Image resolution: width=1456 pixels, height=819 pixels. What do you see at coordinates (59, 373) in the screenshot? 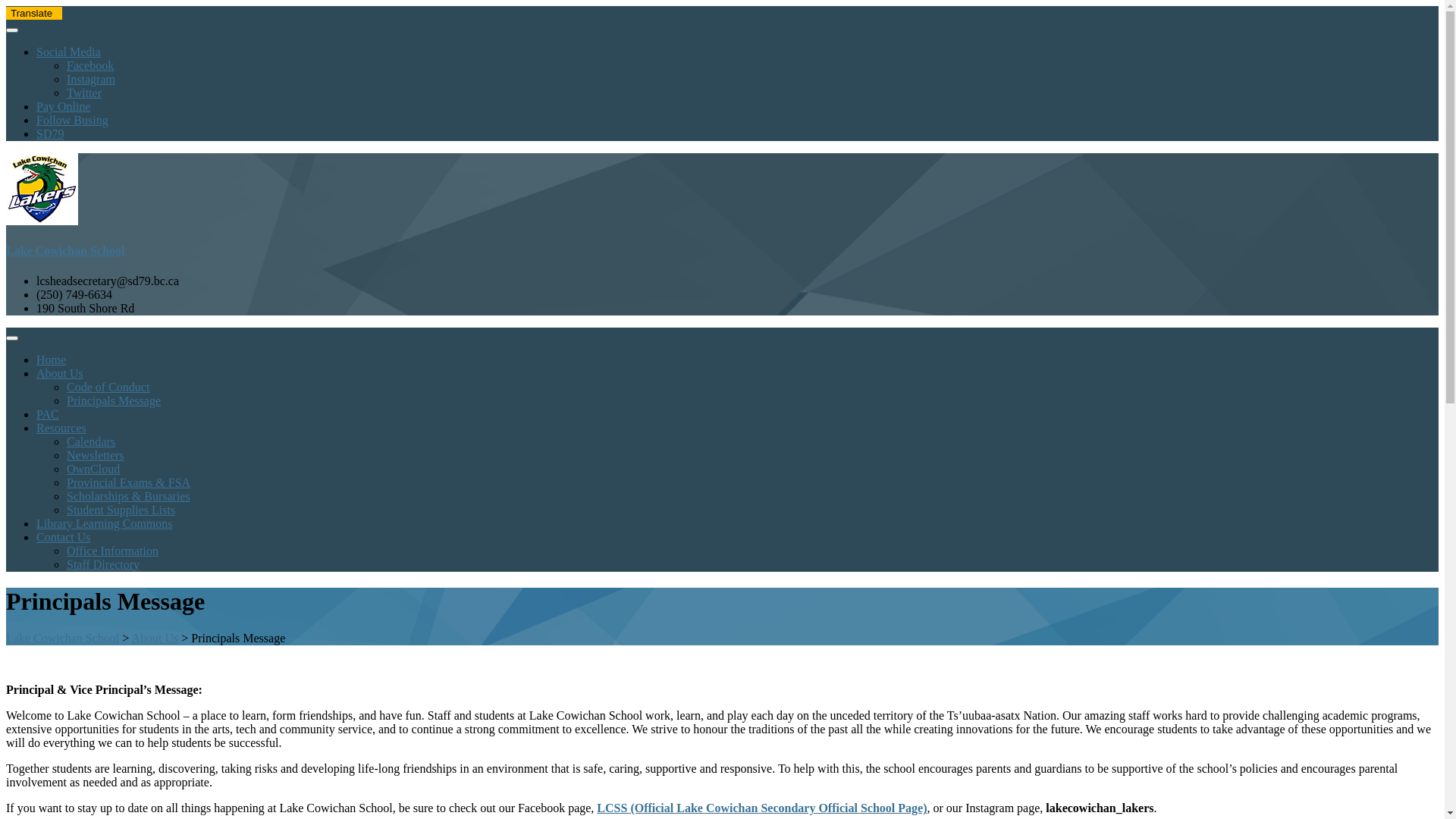
I see `'About Us'` at bounding box center [59, 373].